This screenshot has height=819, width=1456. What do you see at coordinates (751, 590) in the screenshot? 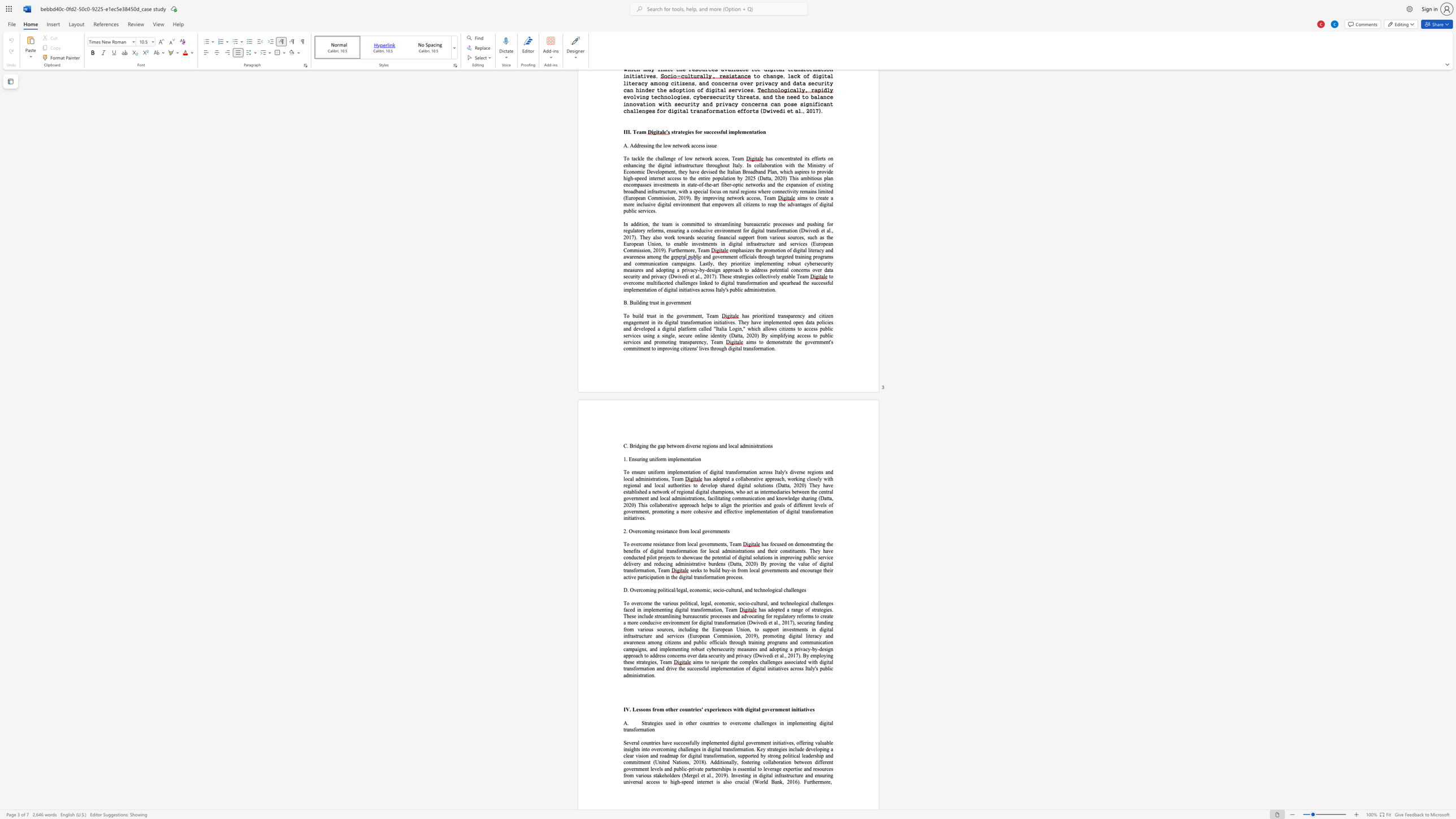
I see `the 1th character "d" in the text` at bounding box center [751, 590].